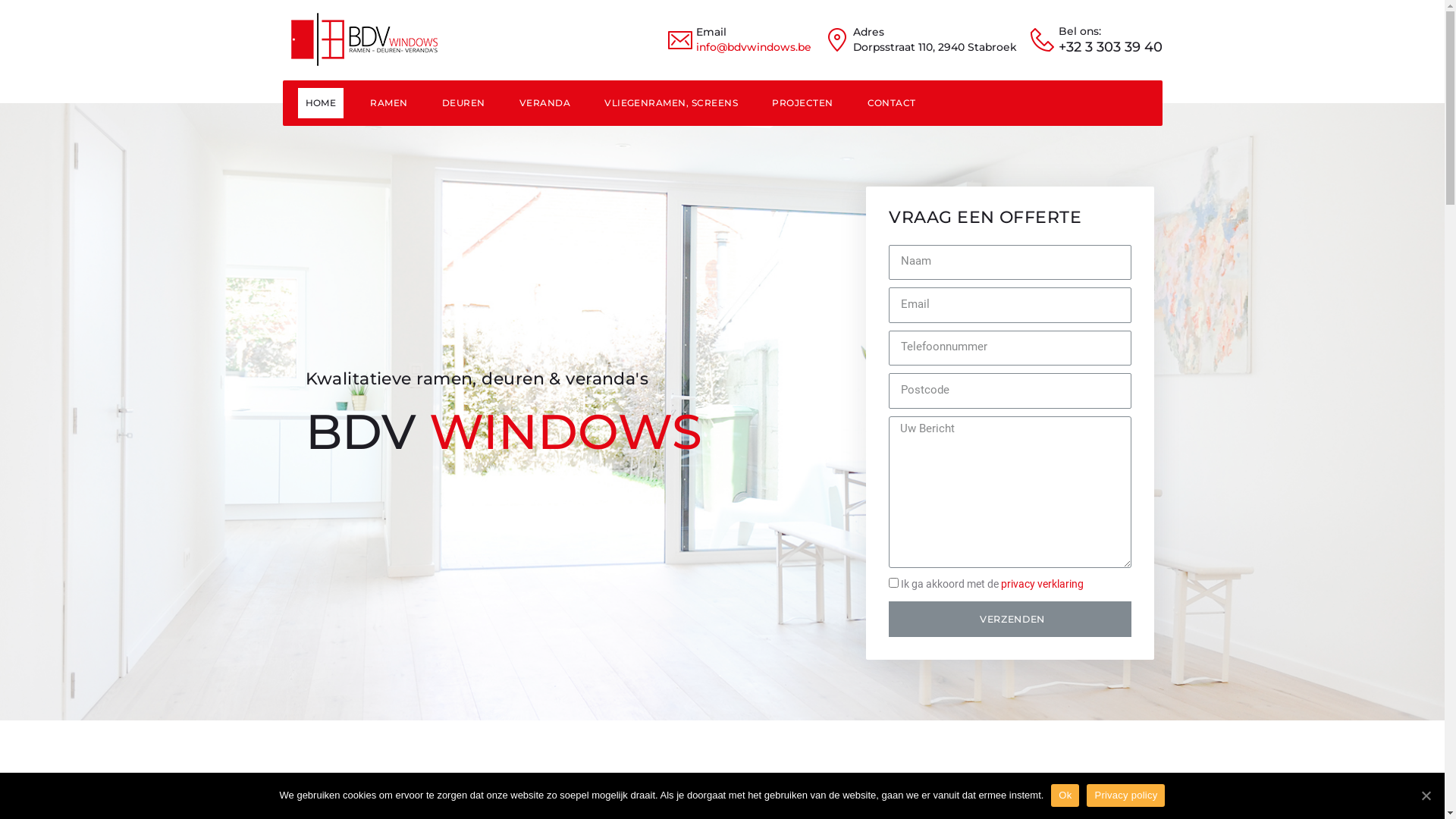  Describe the element at coordinates (695, 45) in the screenshot. I see `'info@bdvwindows.be'` at that location.